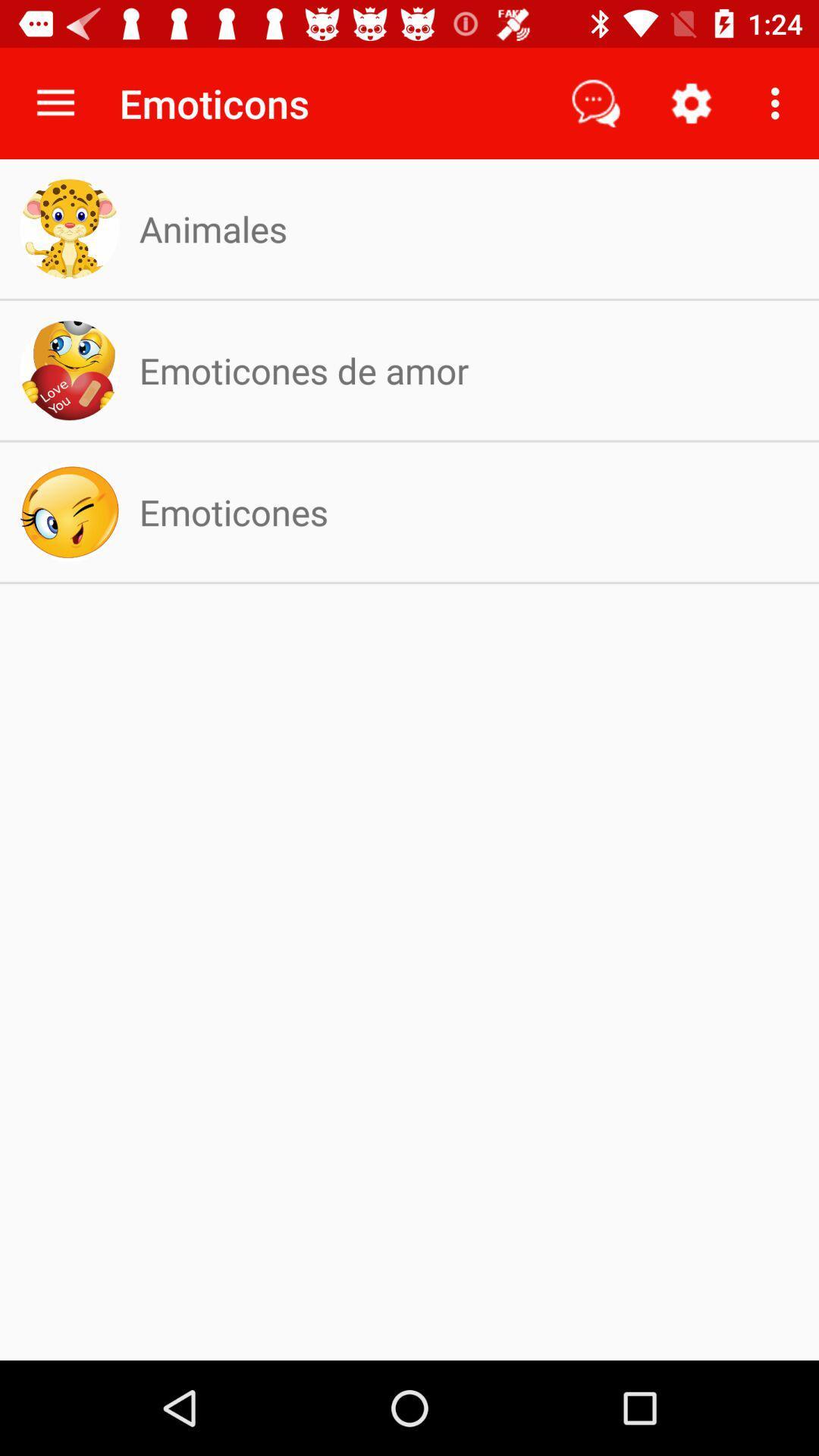  Describe the element at coordinates (213, 227) in the screenshot. I see `animales item` at that location.